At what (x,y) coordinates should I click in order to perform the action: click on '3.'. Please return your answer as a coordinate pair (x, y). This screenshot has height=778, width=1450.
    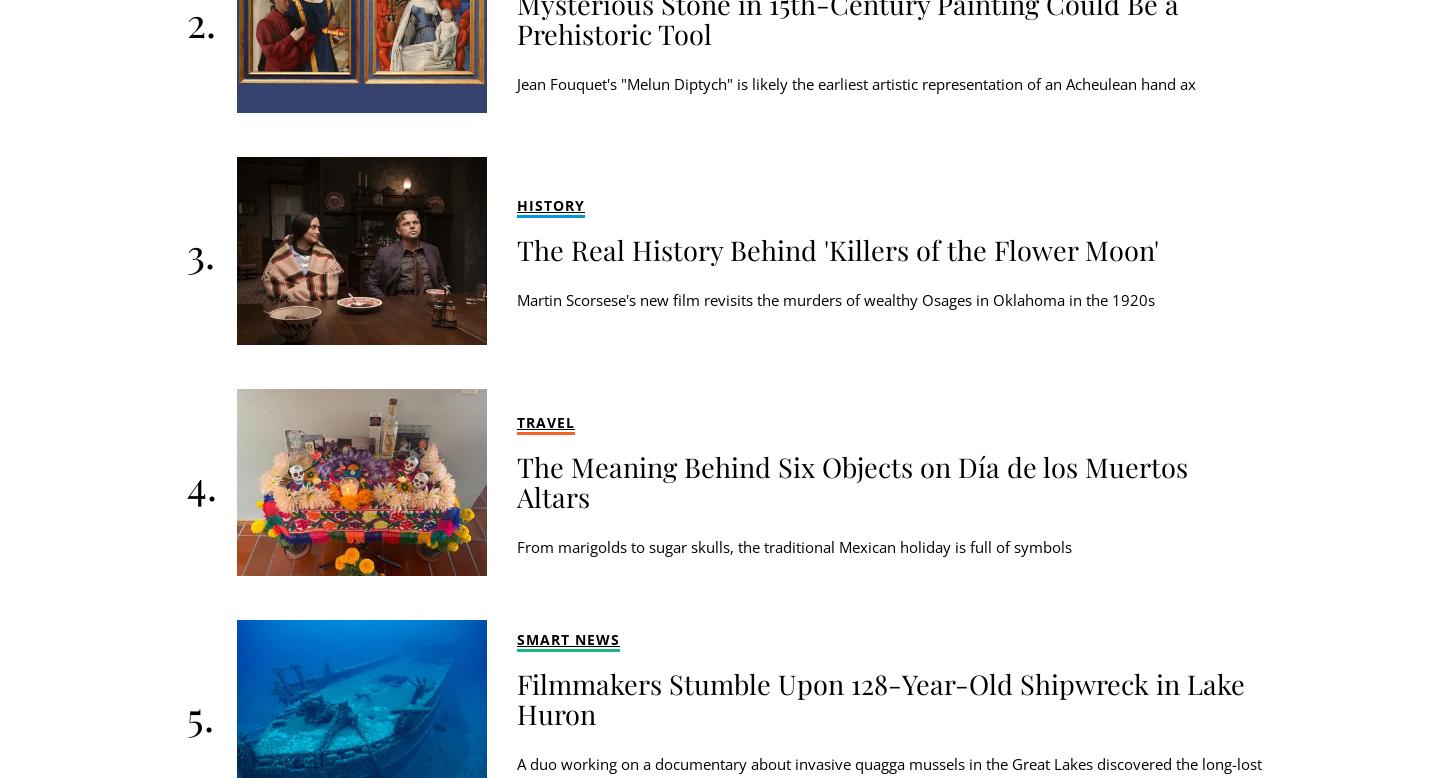
    Looking at the image, I should click on (199, 251).